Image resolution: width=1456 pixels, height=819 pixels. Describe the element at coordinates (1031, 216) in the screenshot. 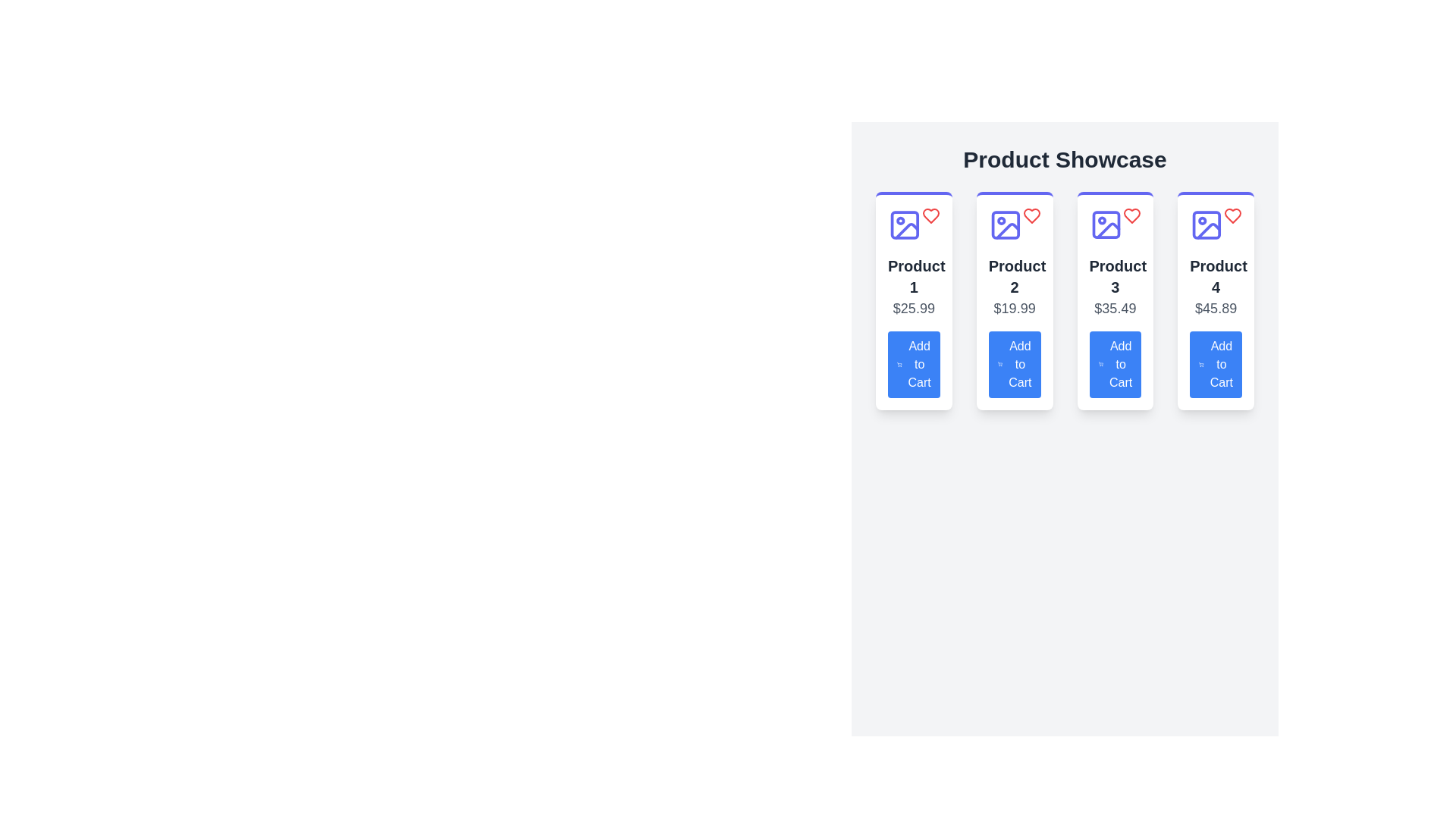

I see `the favorite icon button located at the top-right corner of the second product card to trigger a tooltip or visual effect` at that location.